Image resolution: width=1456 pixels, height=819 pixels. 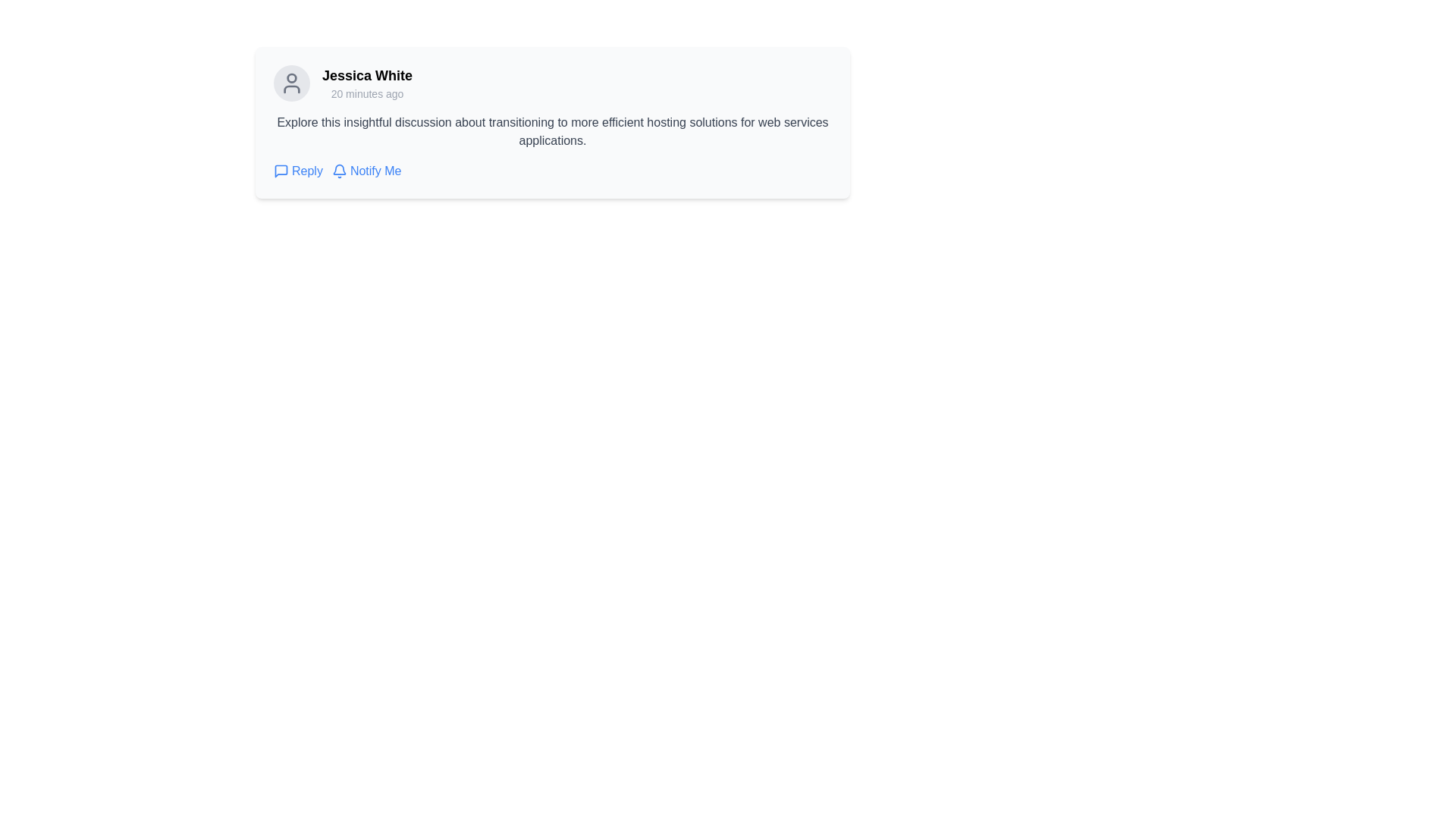 I want to click on the notification opt-in button located to the right of the 'Reply' button, which is the second clickable item in the horizontal group below a user comment, so click(x=366, y=171).